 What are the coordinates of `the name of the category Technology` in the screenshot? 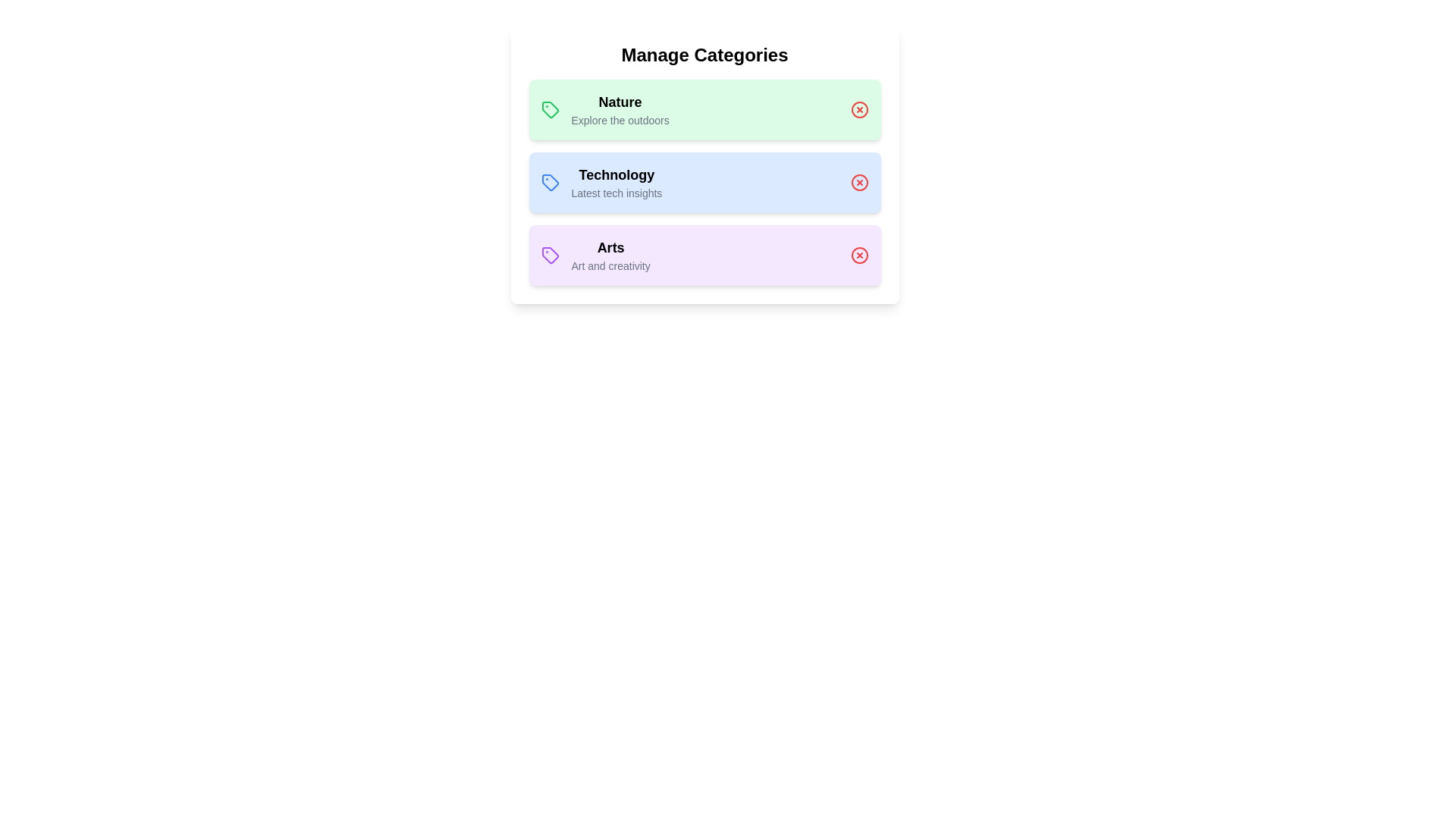 It's located at (617, 174).